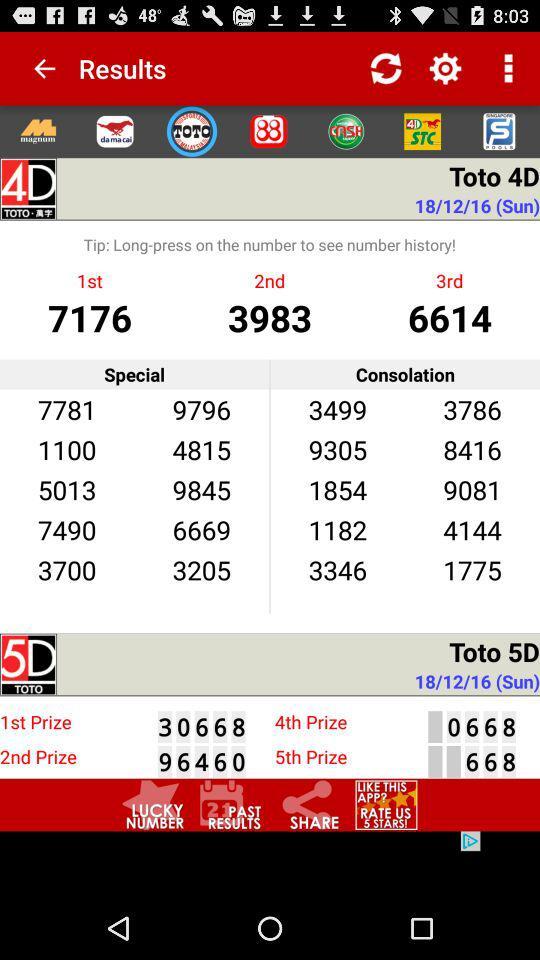 The height and width of the screenshot is (960, 540). I want to click on see your lucky number, so click(152, 805).